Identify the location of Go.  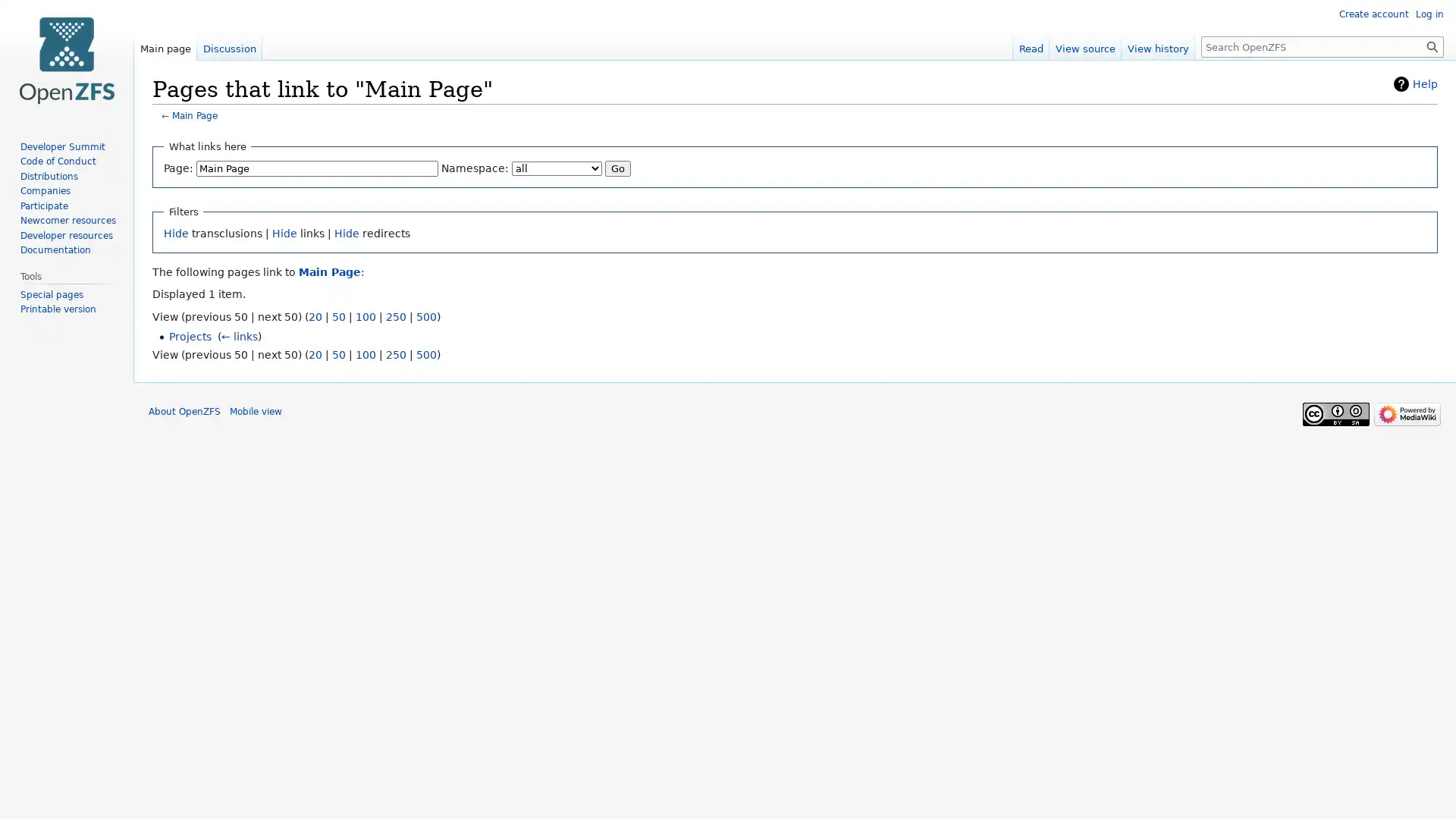
(1432, 45).